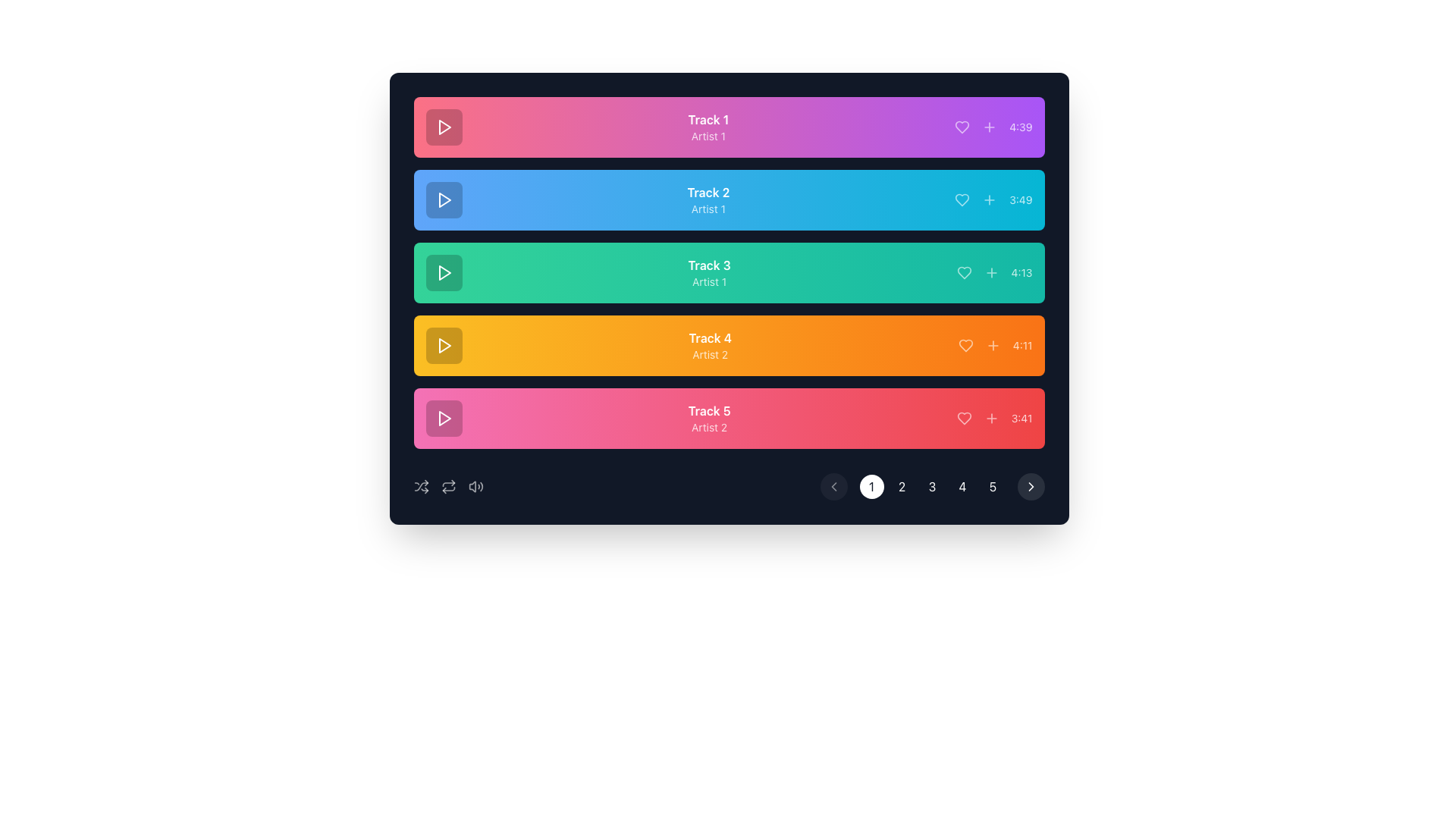  What do you see at coordinates (902, 486) in the screenshot?
I see `the circular button labeled '2'` at bounding box center [902, 486].